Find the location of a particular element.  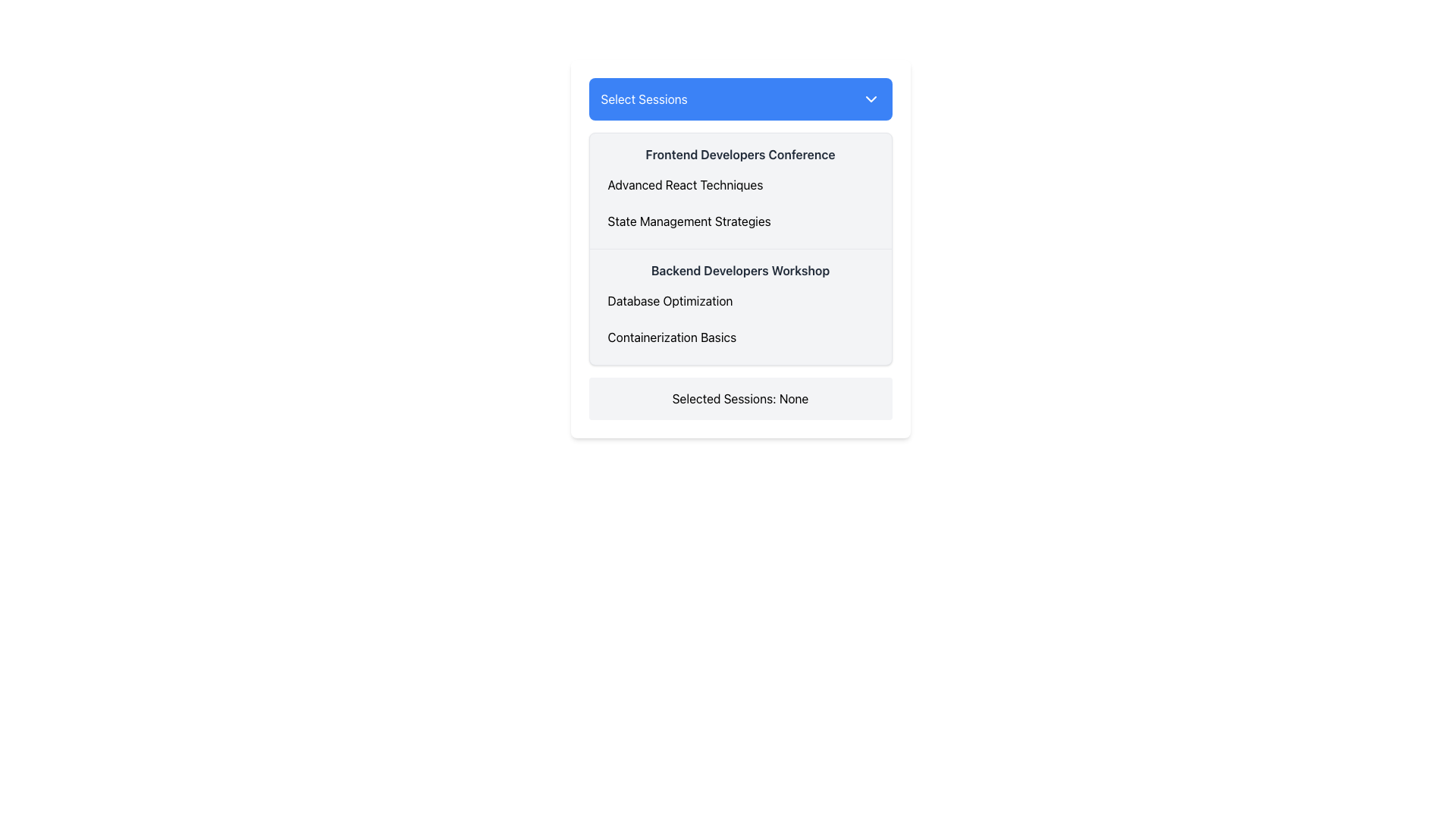

the chevron icon located to the right of the 'Select Sessions' button is located at coordinates (871, 99).